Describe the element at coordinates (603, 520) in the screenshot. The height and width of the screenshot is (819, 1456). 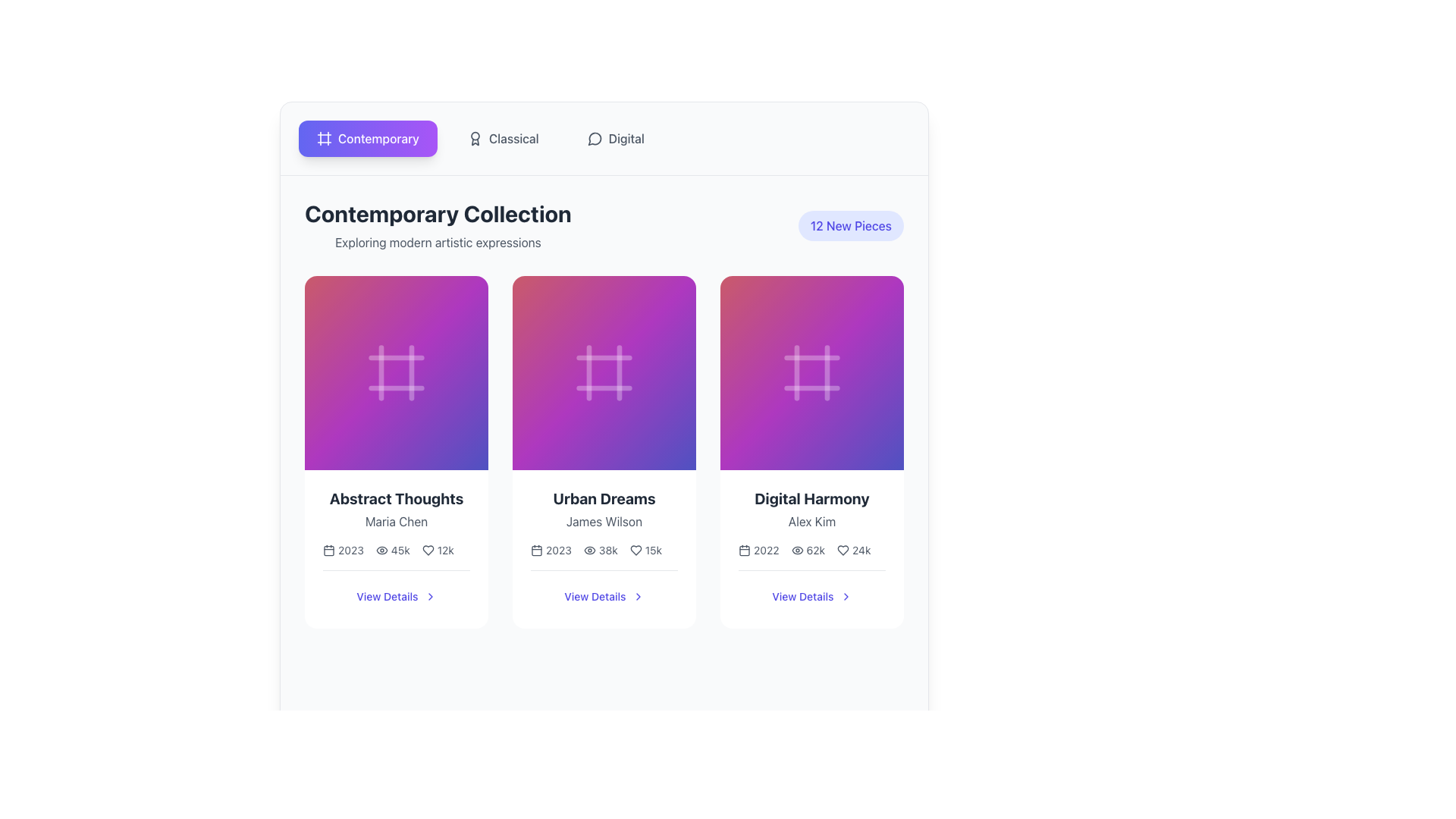
I see `text label displaying the author's or contributor's name located beneath the heading 'Urban Dreams' in the middle column of a three-column grid layout` at that location.